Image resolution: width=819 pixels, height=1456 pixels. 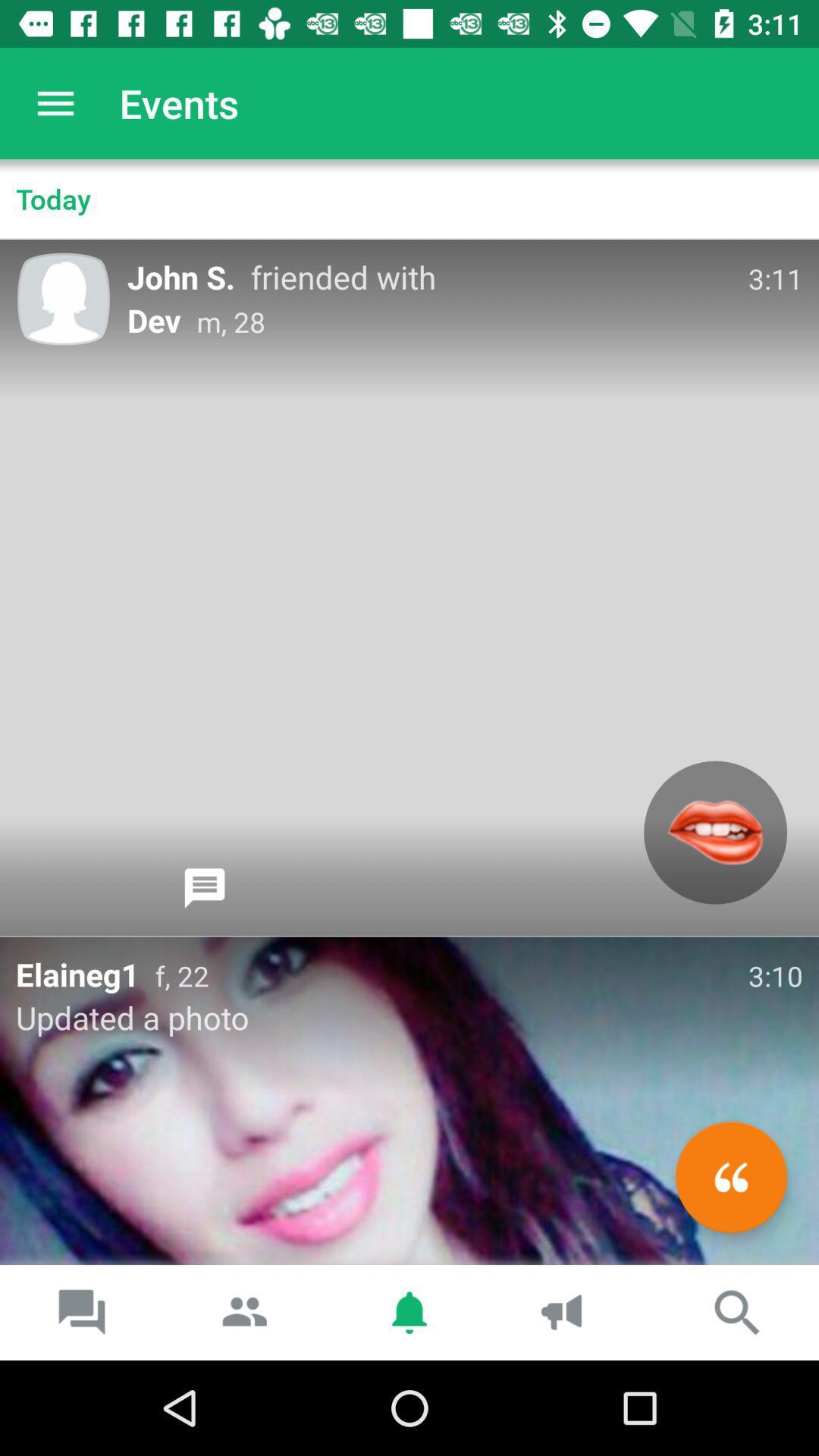 What do you see at coordinates (205, 888) in the screenshot?
I see `open chat` at bounding box center [205, 888].